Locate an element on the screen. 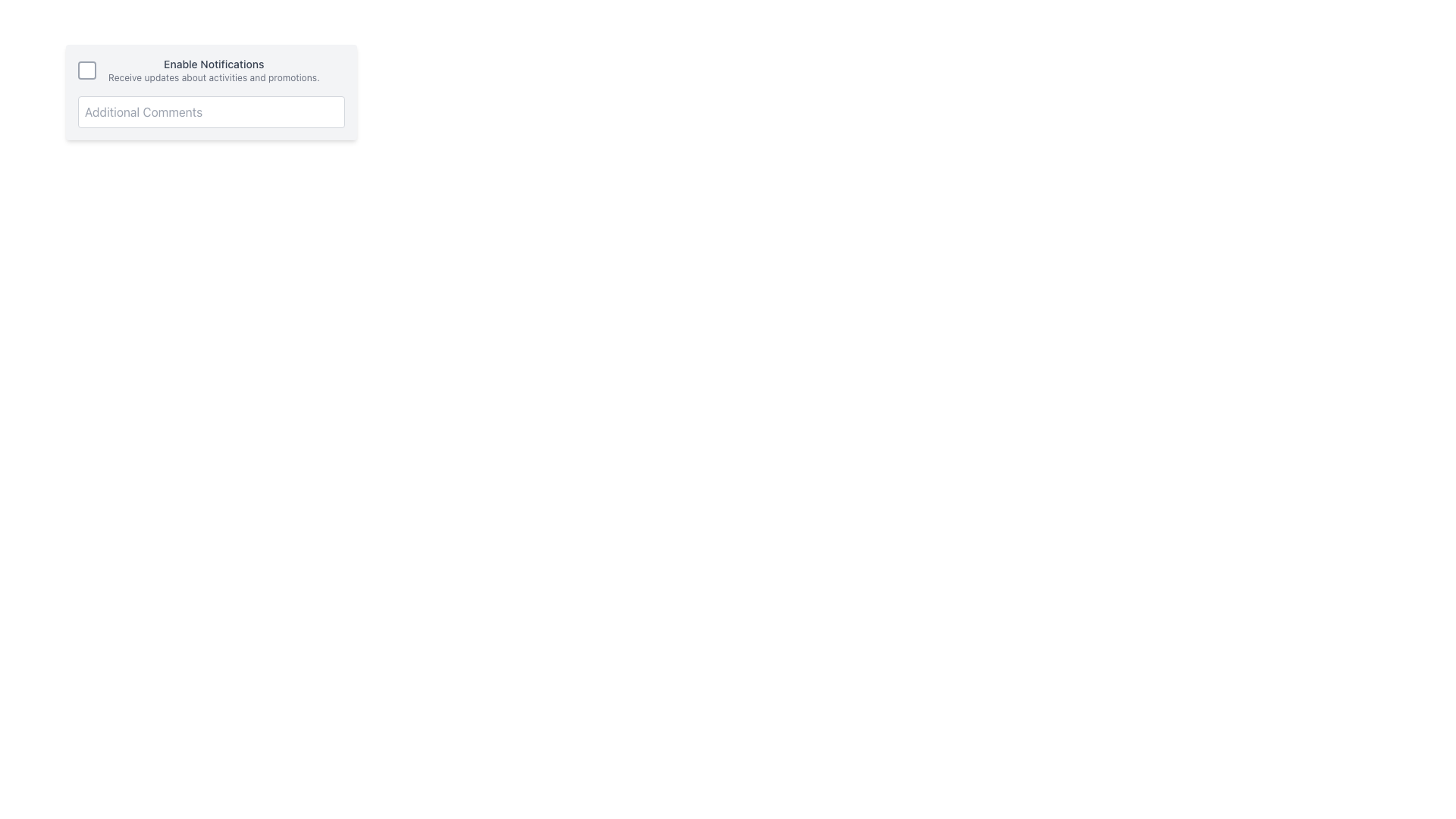  informational Text Label located below the 'Enable Notifications' heading to understand its details is located at coordinates (213, 78).